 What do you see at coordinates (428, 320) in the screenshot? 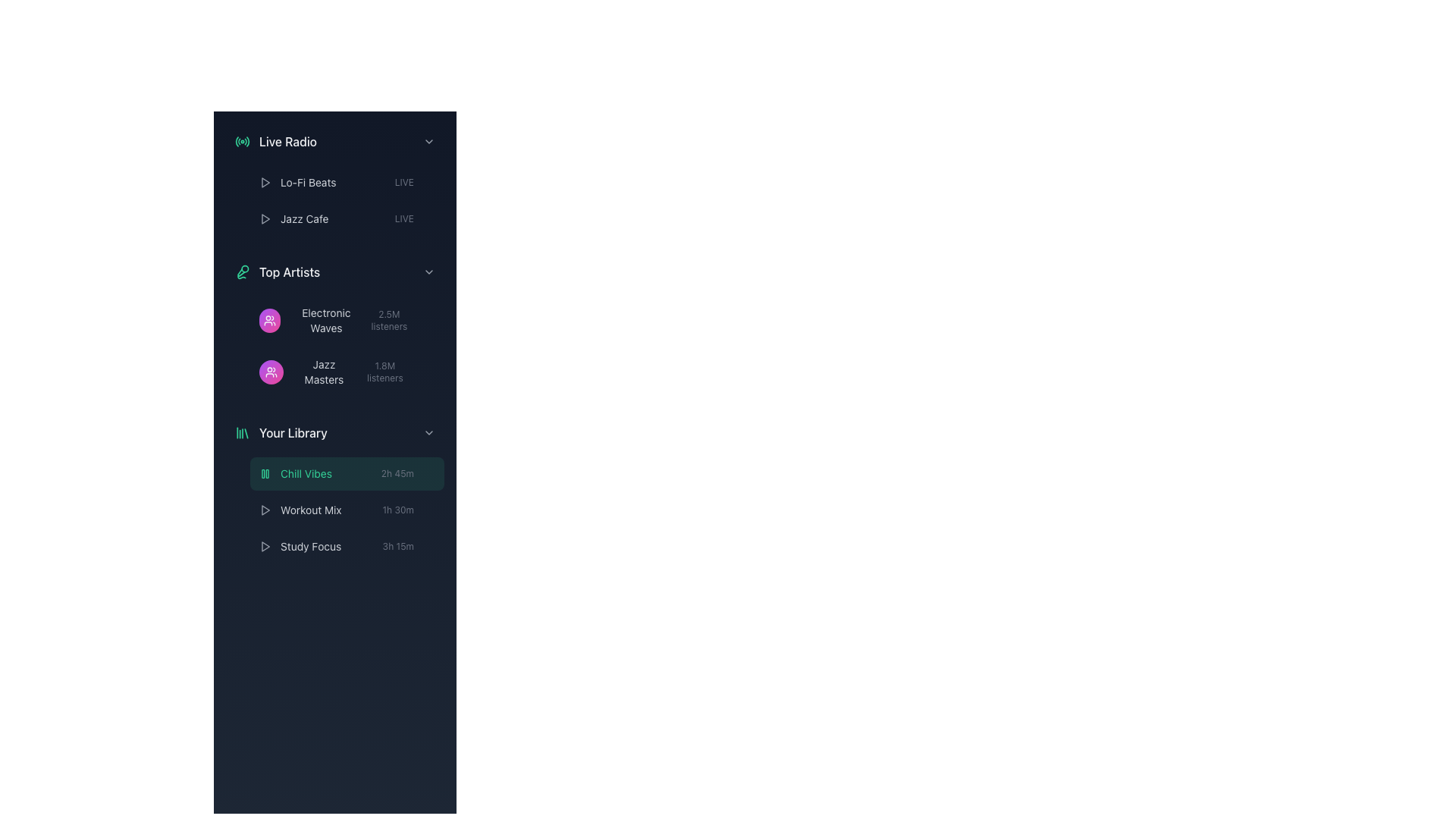
I see `the state change of the interactive heart icon button located to the far right of the '2.5M listeners' text in the 'Top Artists' section upon interaction` at bounding box center [428, 320].